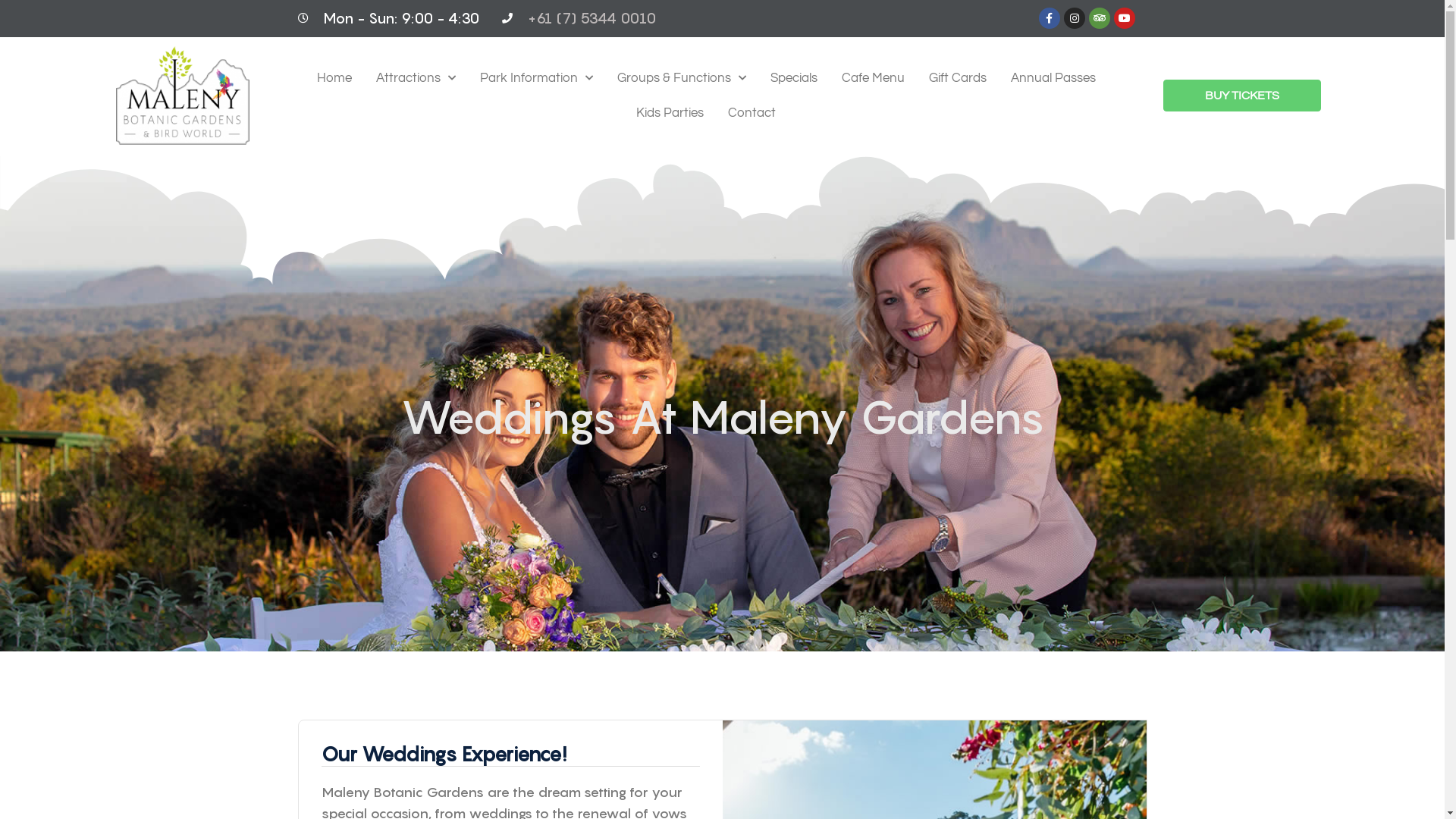 The width and height of the screenshot is (1456, 819). What do you see at coordinates (792, 78) in the screenshot?
I see `'Specials'` at bounding box center [792, 78].